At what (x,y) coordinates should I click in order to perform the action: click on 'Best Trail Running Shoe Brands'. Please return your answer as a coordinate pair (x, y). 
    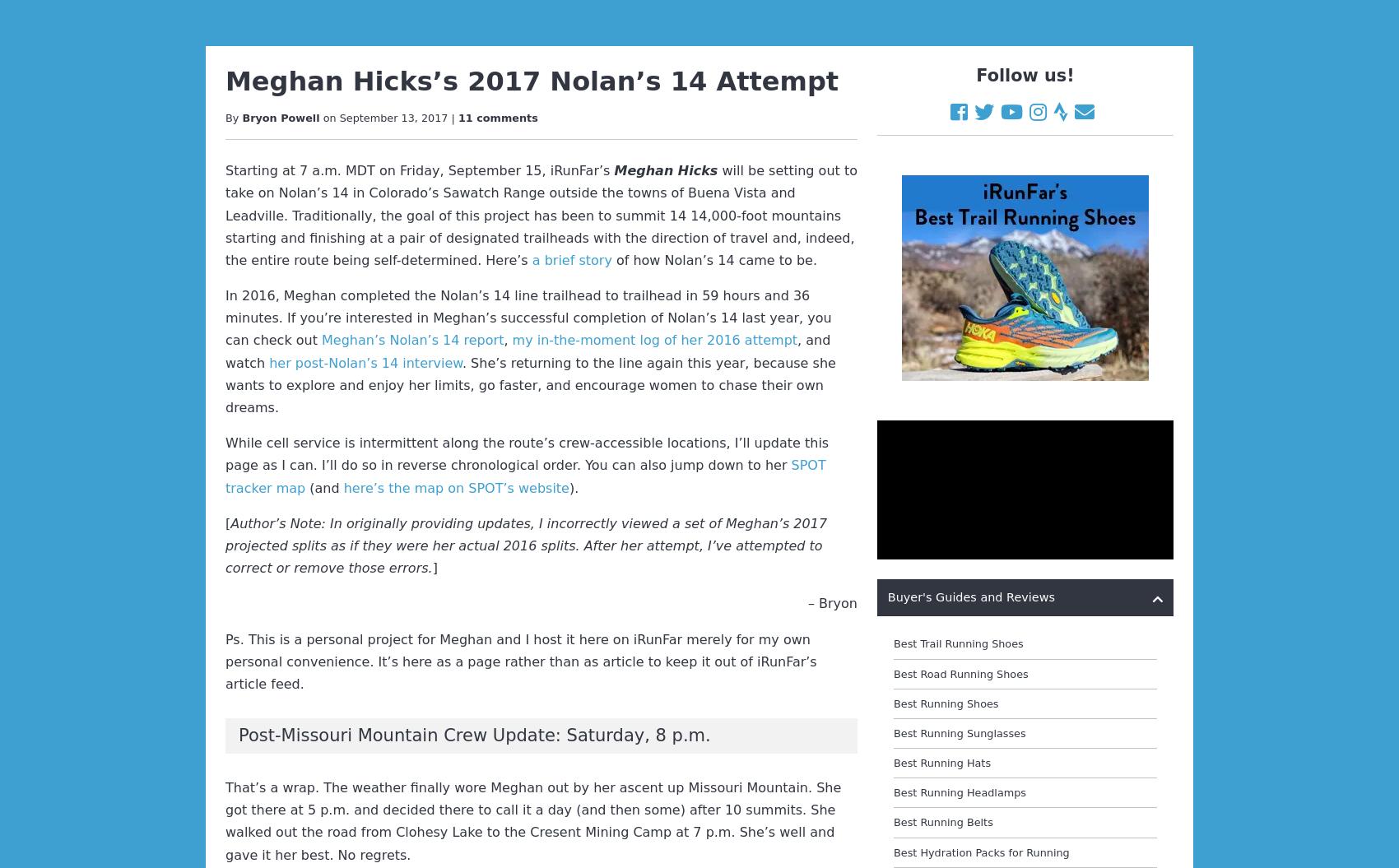
    Looking at the image, I should click on (974, 704).